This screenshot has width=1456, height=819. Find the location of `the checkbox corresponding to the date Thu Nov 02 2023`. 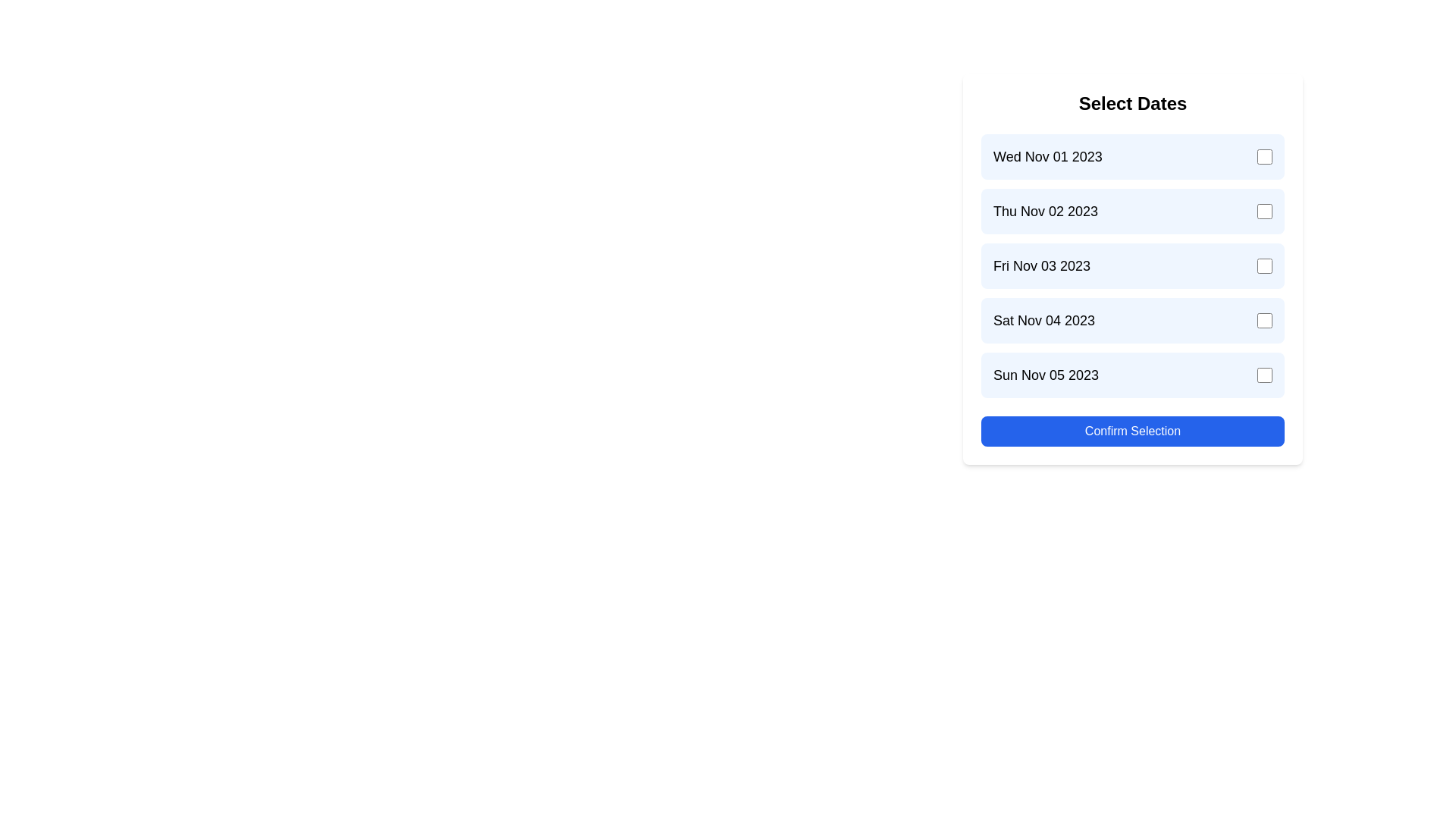

the checkbox corresponding to the date Thu Nov 02 2023 is located at coordinates (1265, 211).